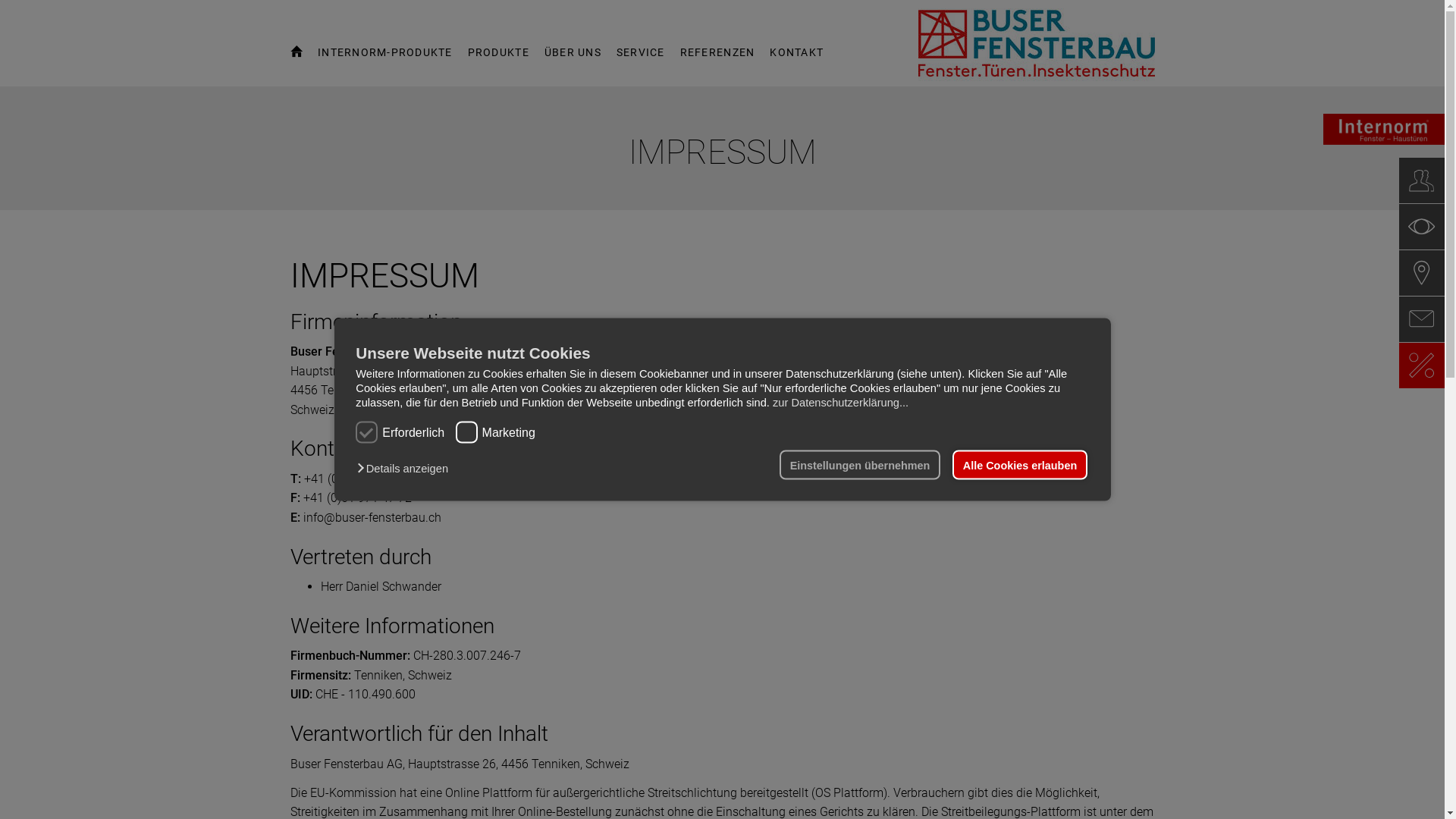 The width and height of the screenshot is (1456, 819). What do you see at coordinates (498, 58) in the screenshot?
I see `'PRODUKTE'` at bounding box center [498, 58].